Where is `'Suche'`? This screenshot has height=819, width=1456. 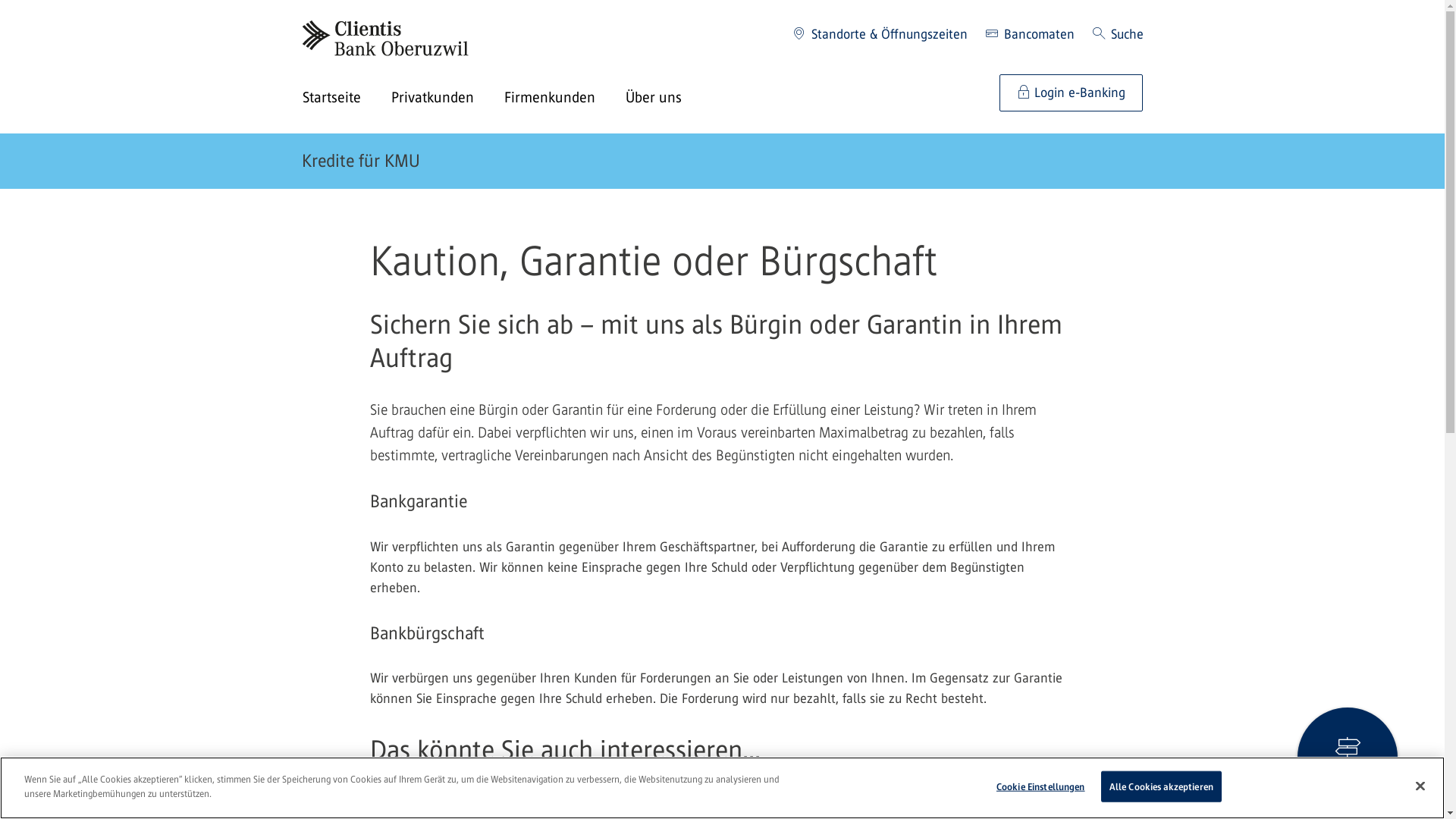 'Suche' is located at coordinates (1117, 34).